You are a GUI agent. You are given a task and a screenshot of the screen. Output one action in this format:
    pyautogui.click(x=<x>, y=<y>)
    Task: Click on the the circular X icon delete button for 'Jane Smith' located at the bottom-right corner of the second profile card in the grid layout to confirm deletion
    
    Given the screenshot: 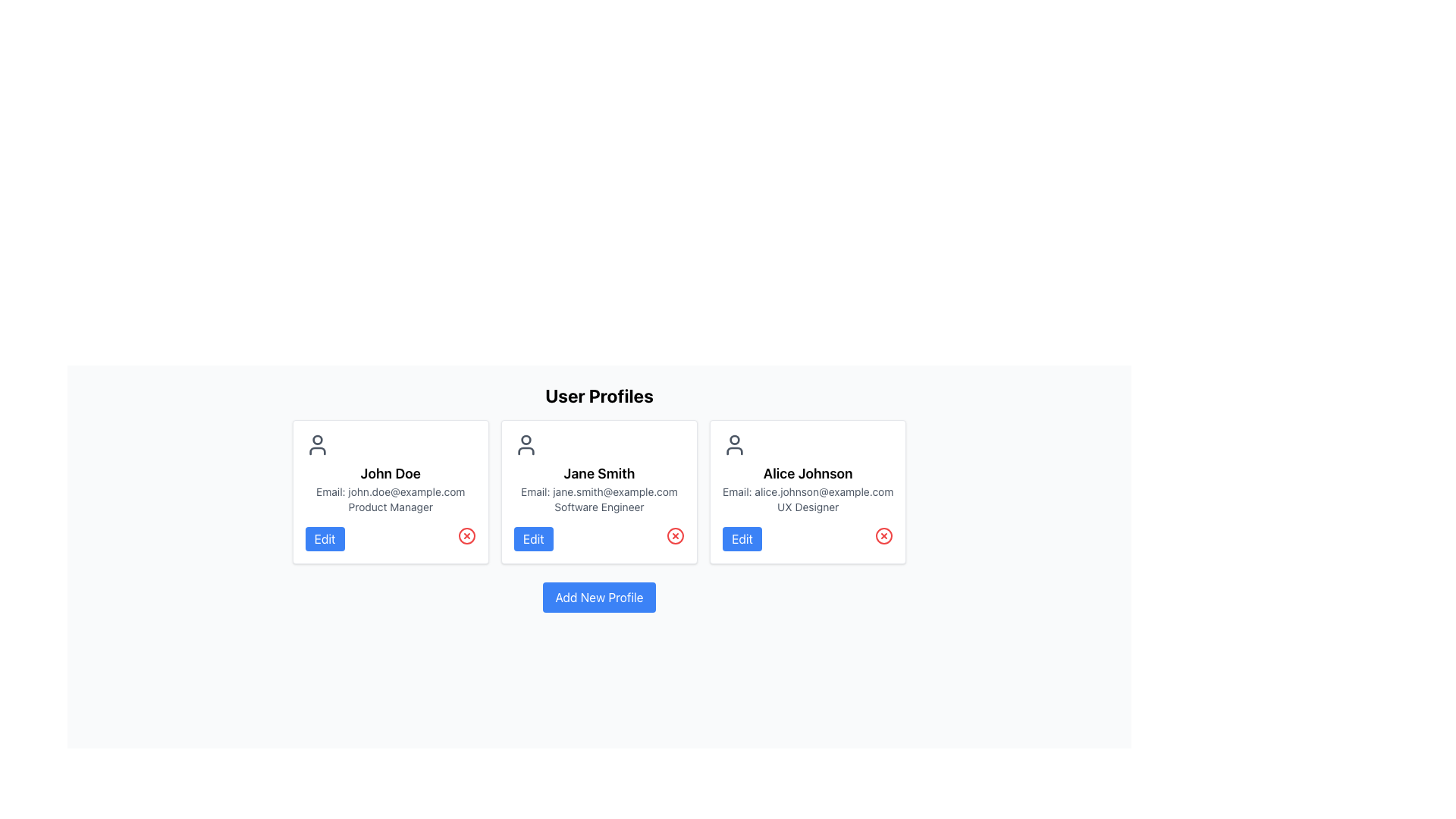 What is the action you would take?
    pyautogui.click(x=675, y=535)
    